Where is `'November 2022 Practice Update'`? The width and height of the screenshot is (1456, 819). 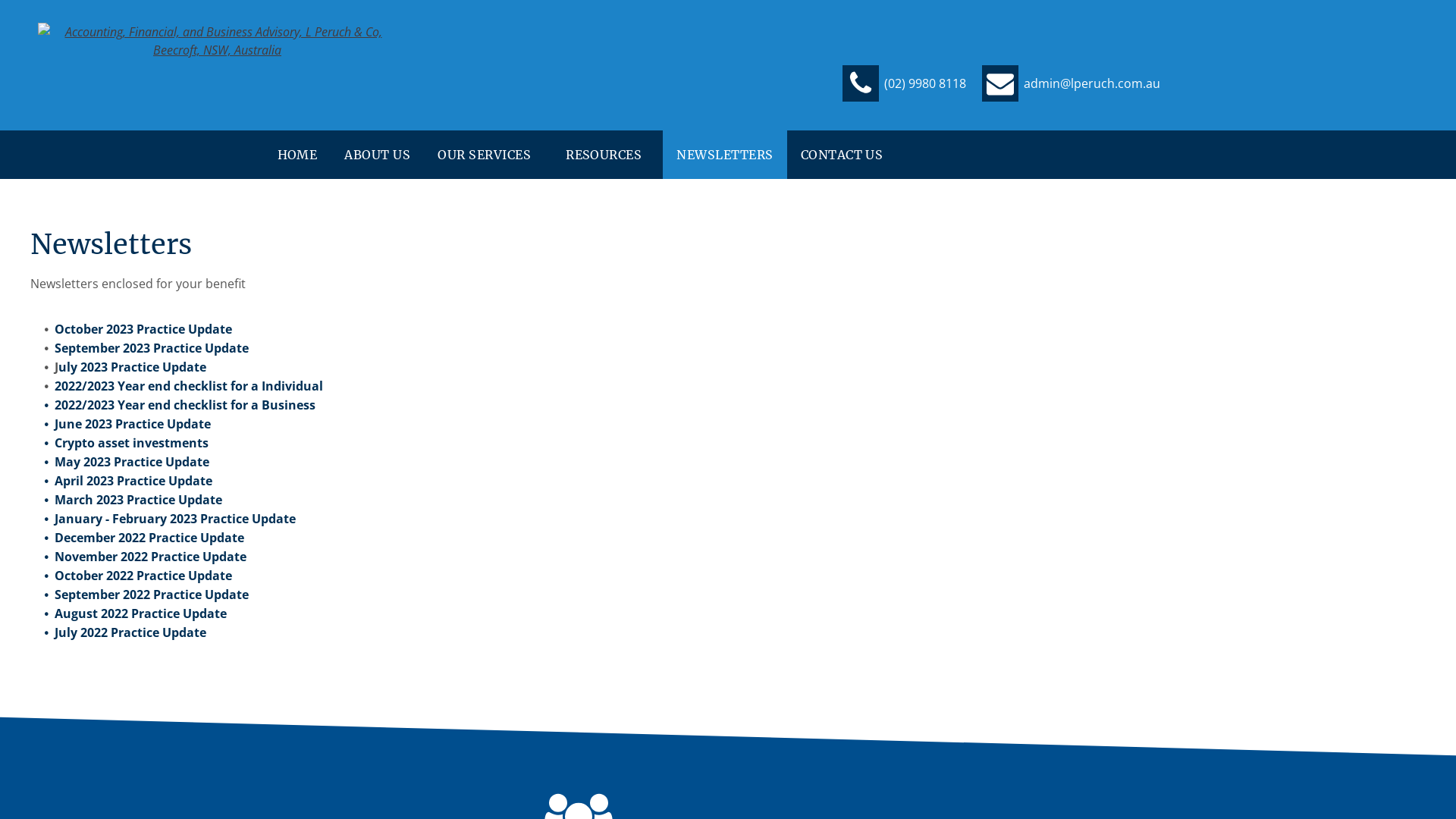
'November 2022 Practice Update' is located at coordinates (150, 556).